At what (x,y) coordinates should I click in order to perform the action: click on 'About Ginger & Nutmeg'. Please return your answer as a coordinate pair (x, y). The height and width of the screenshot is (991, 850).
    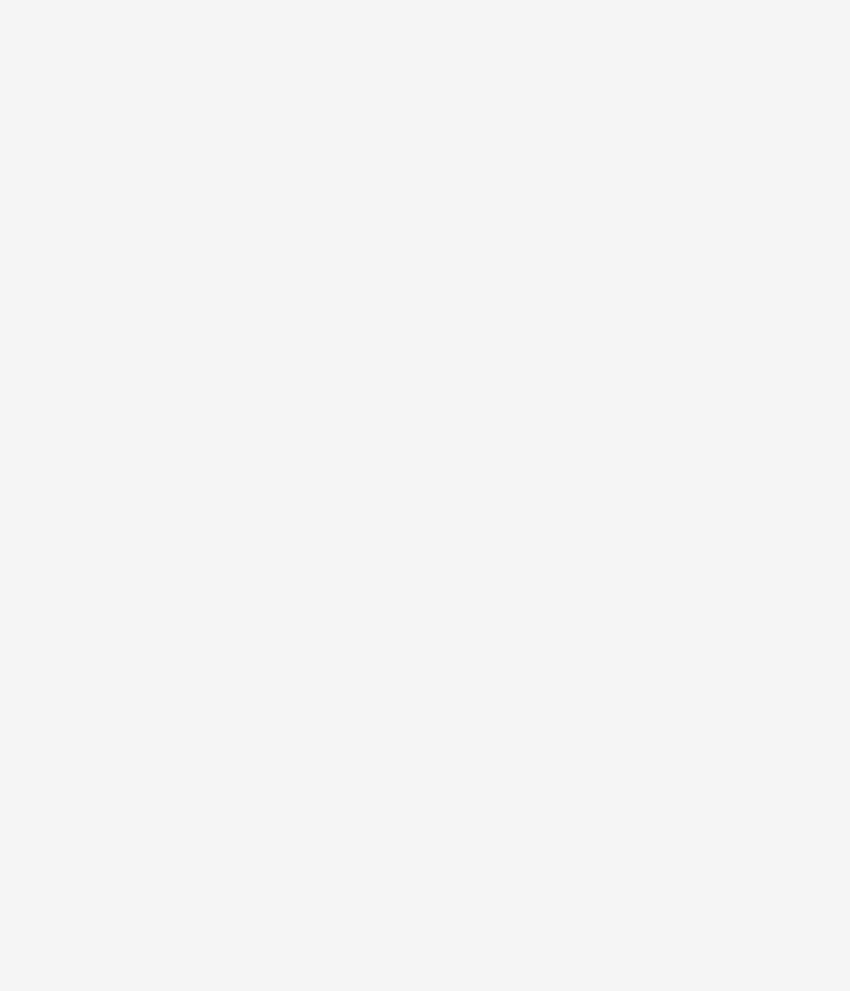
    Looking at the image, I should click on (65, 803).